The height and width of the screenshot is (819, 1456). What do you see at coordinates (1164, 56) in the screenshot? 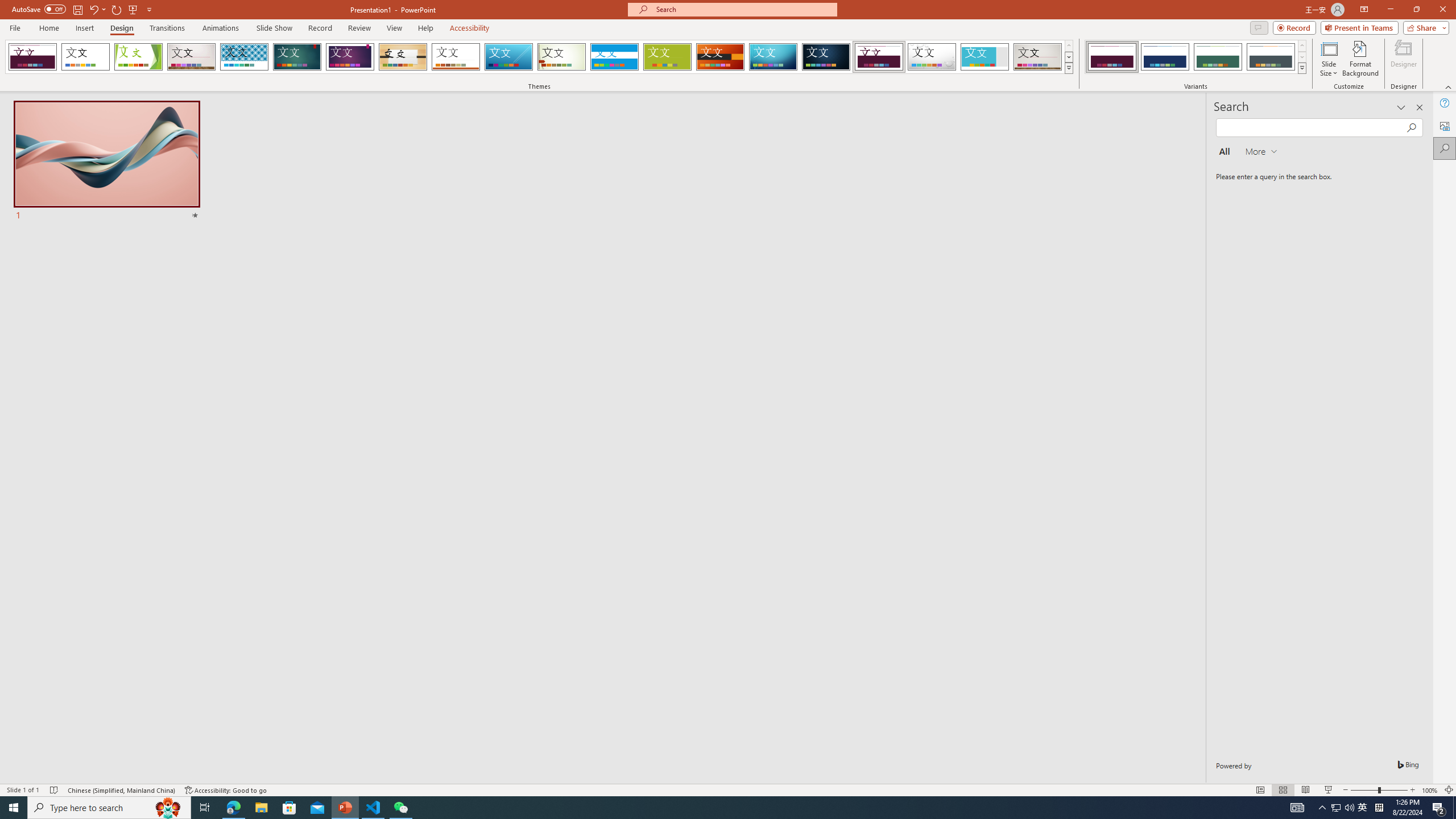
I see `'Dividend Variant 2'` at bounding box center [1164, 56].